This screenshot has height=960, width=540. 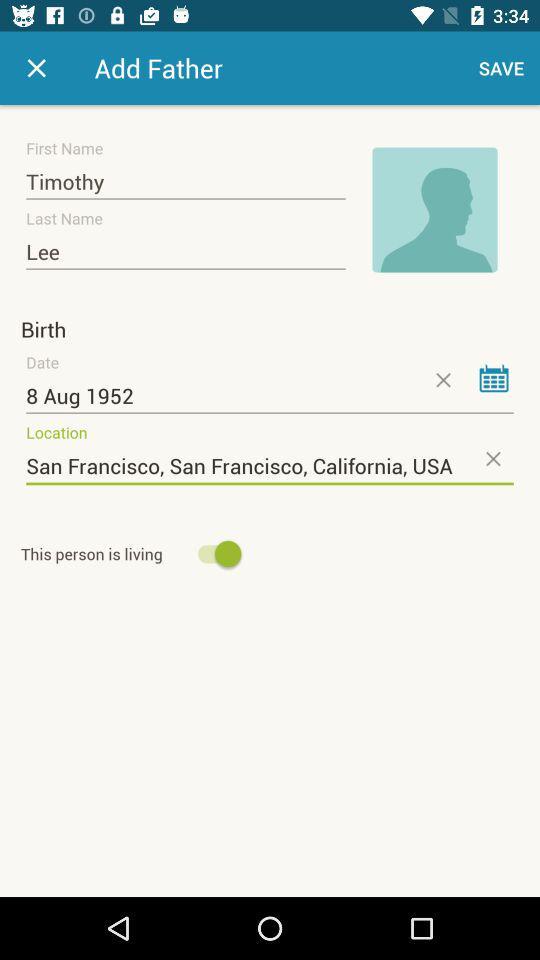 I want to click on deelte location info, so click(x=491, y=458).